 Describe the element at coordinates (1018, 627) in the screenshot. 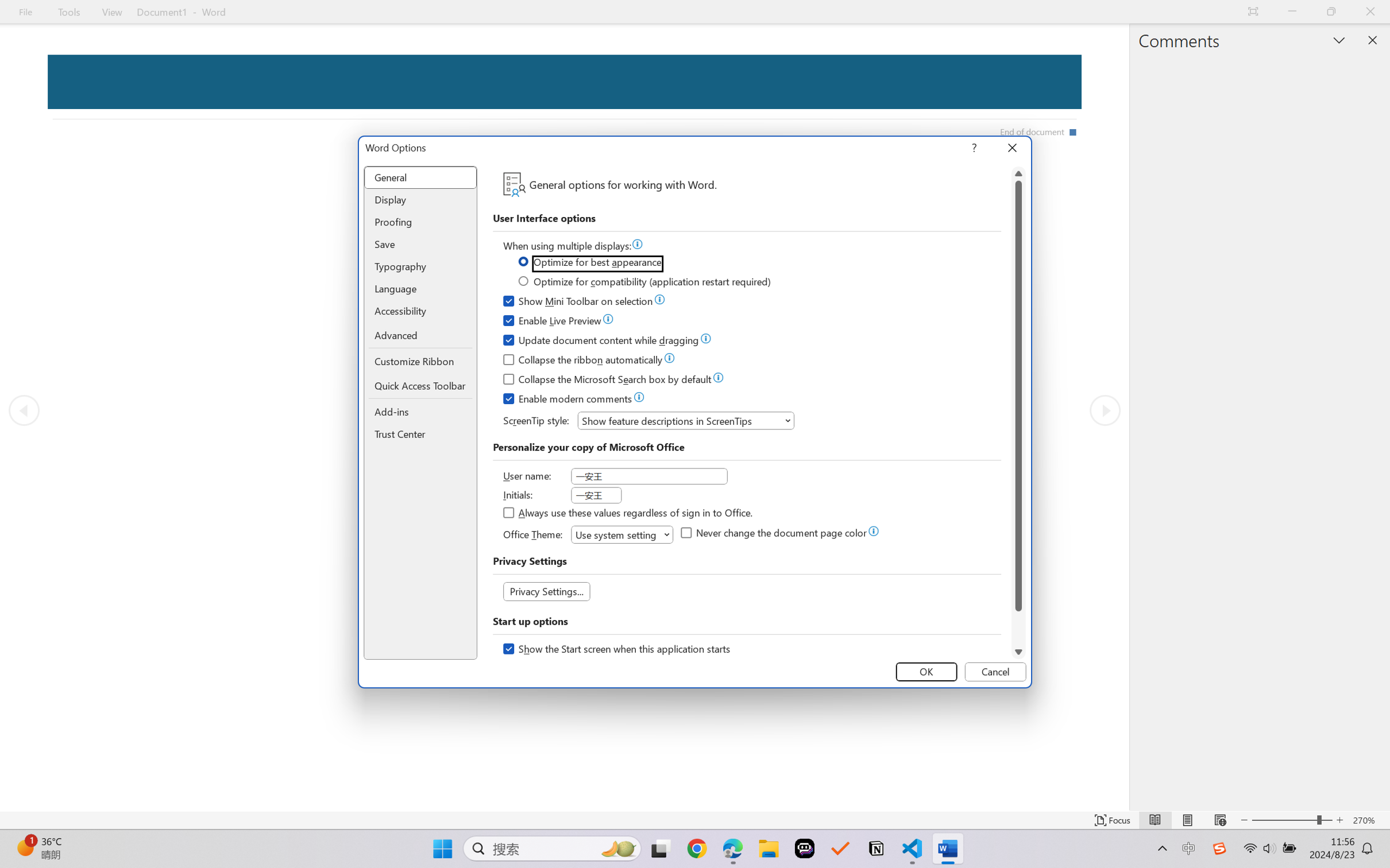

I see `'Page down'` at that location.